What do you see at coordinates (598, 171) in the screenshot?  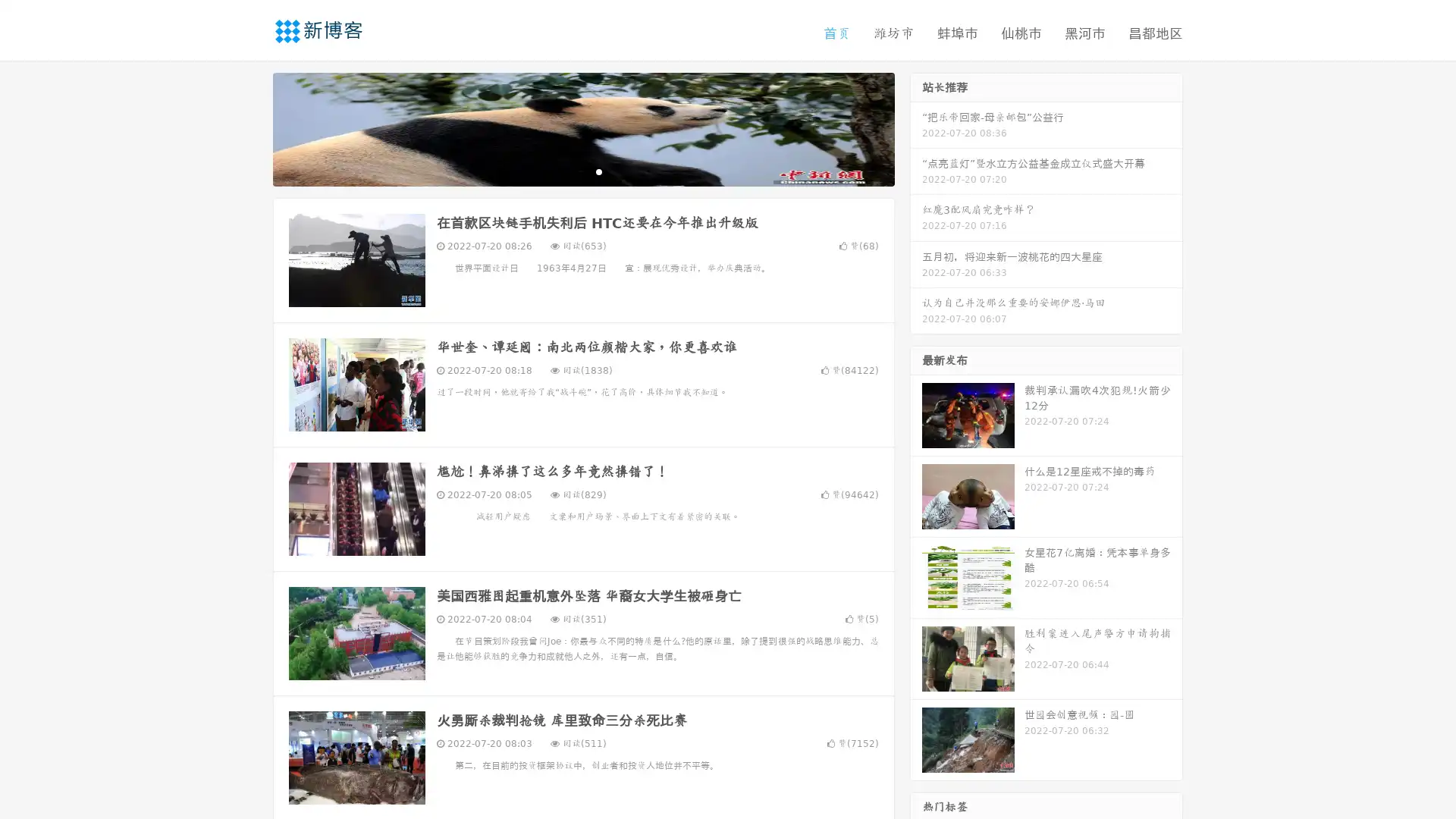 I see `Go to slide 3` at bounding box center [598, 171].